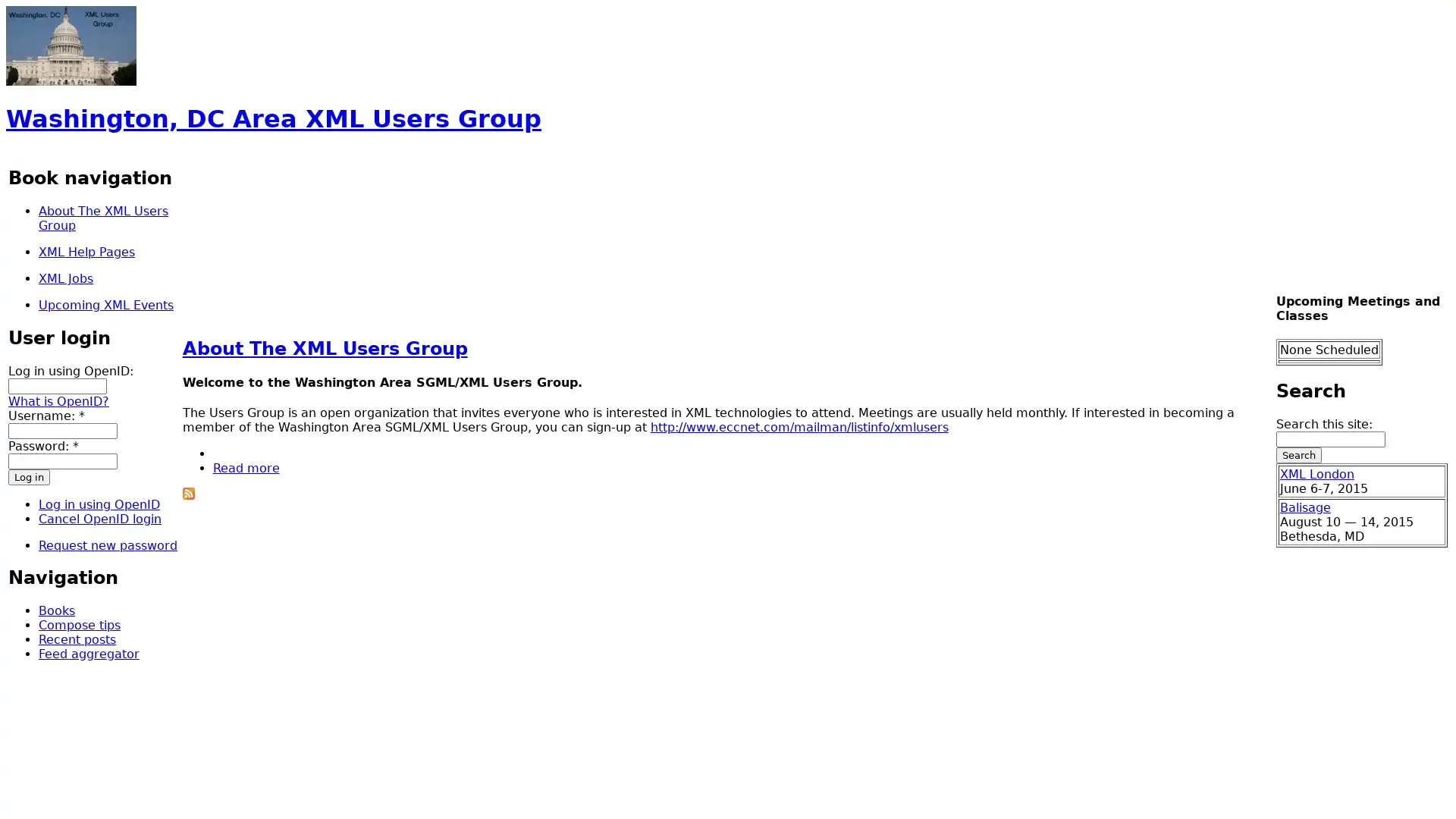  What do you see at coordinates (1298, 454) in the screenshot?
I see `Search` at bounding box center [1298, 454].